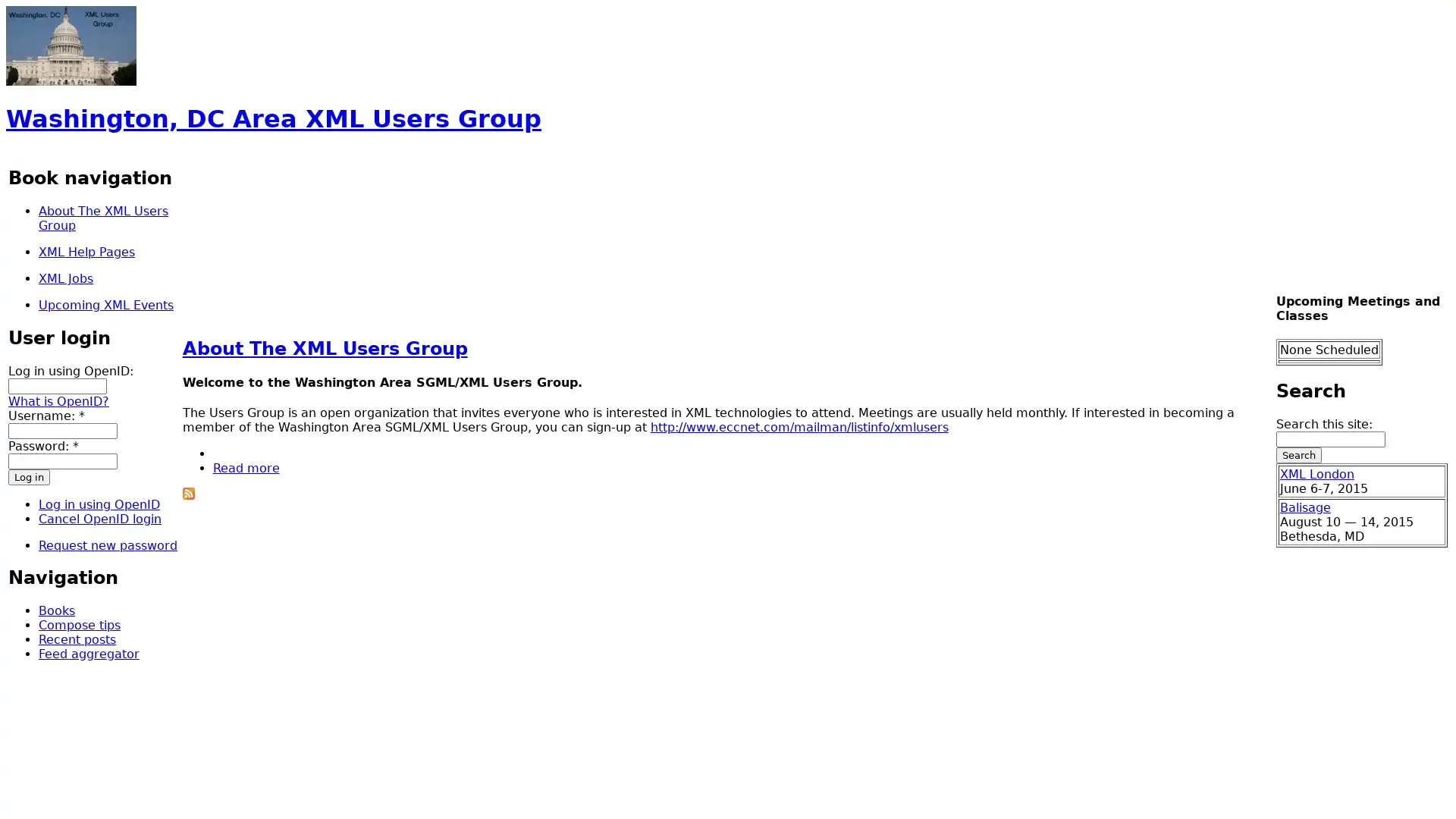  What do you see at coordinates (1298, 454) in the screenshot?
I see `Search` at bounding box center [1298, 454].